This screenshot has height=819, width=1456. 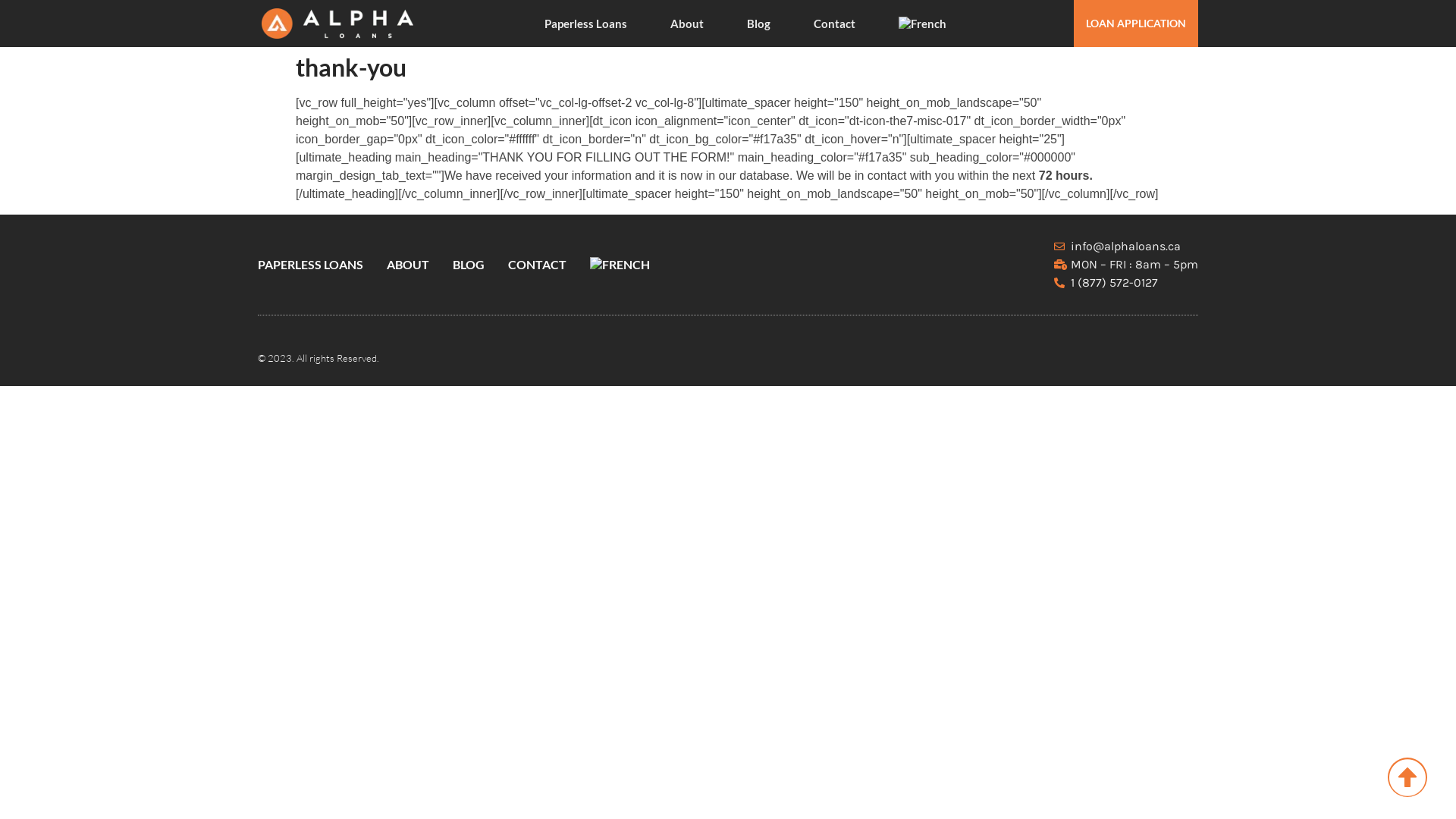 I want to click on 'LOAN APPLICATION', so click(x=1135, y=23).